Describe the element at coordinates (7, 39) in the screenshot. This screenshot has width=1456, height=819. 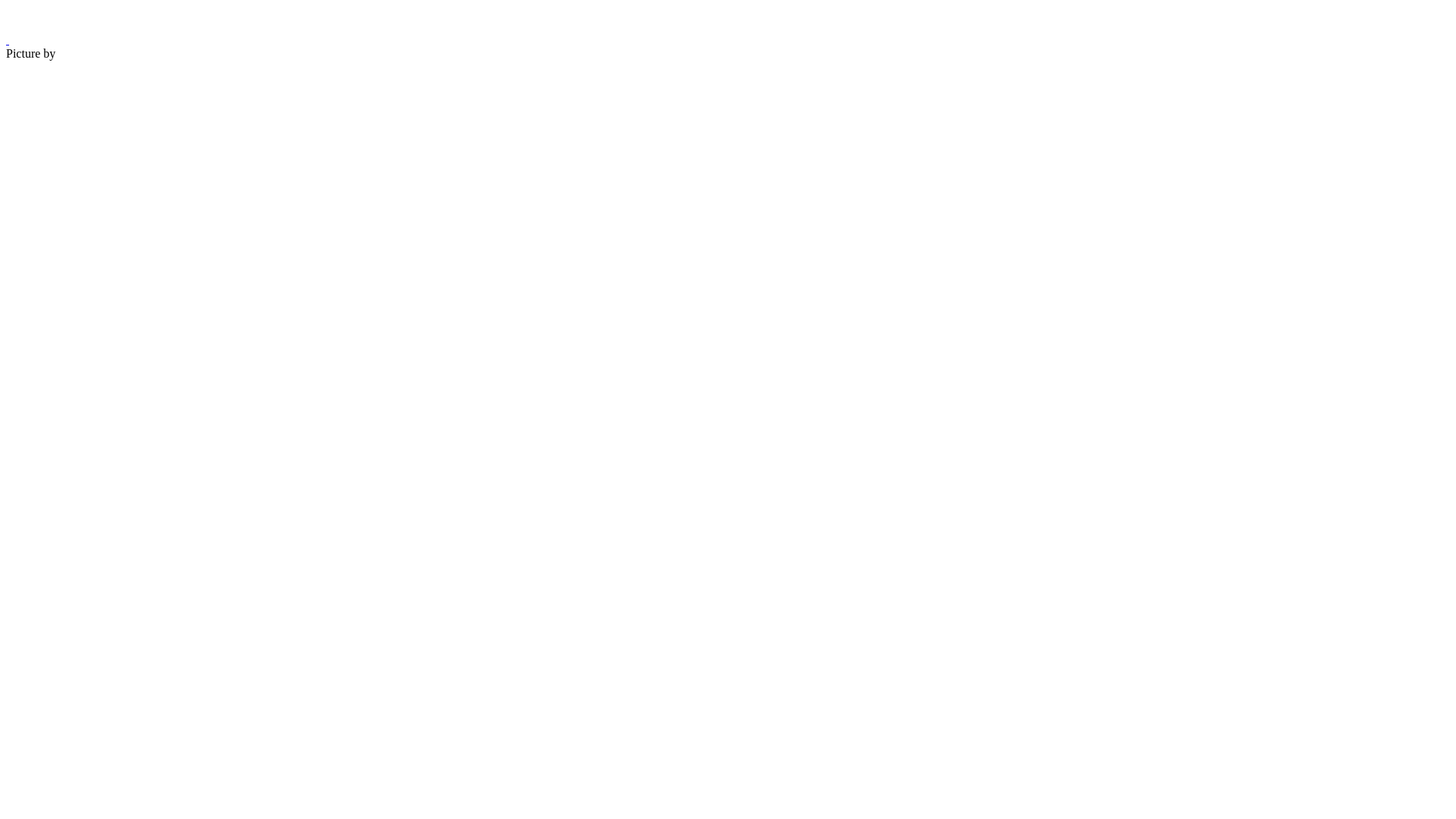
I see `' '` at that location.